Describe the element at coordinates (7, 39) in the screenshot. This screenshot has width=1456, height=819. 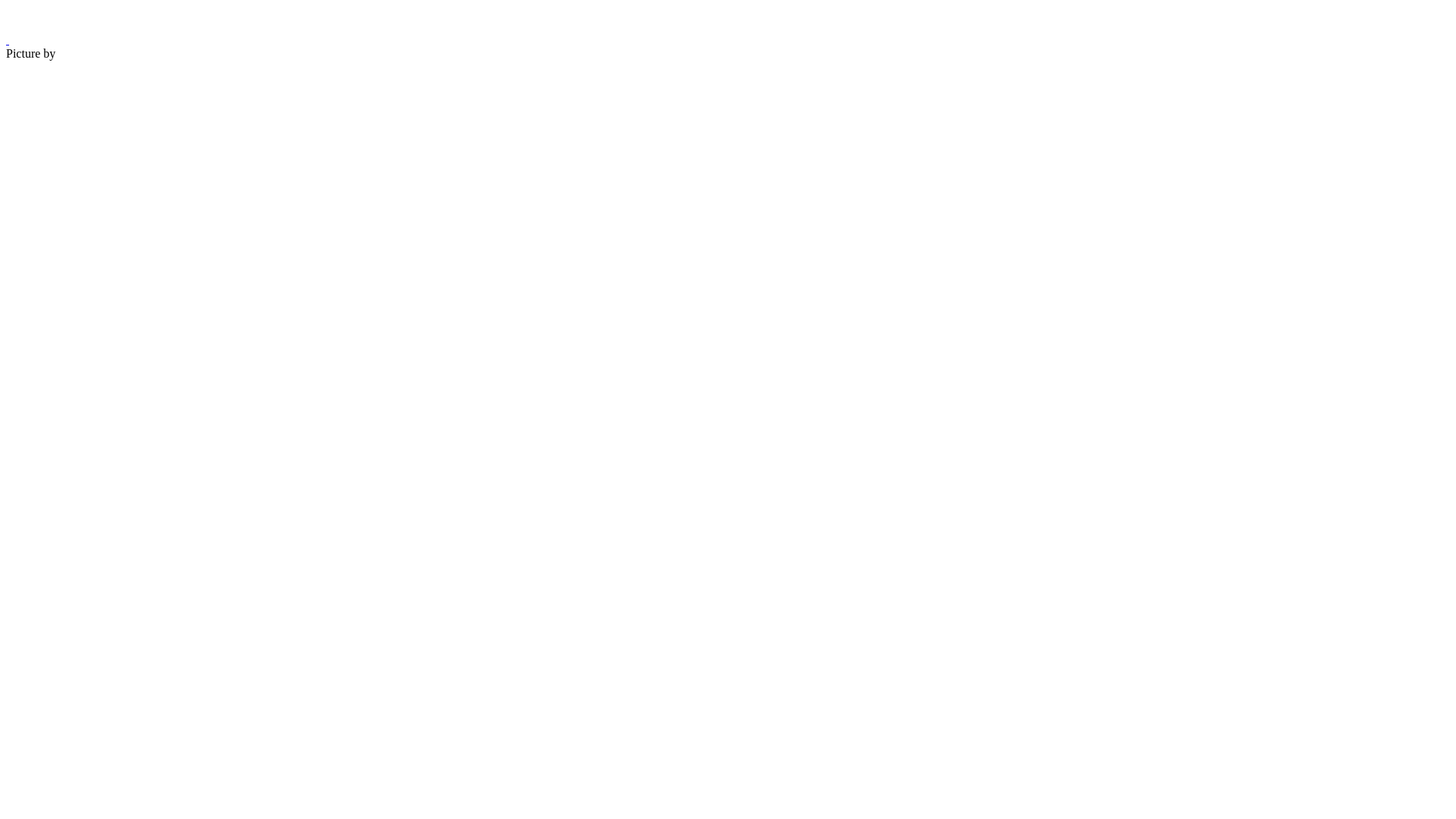
I see `' '` at that location.